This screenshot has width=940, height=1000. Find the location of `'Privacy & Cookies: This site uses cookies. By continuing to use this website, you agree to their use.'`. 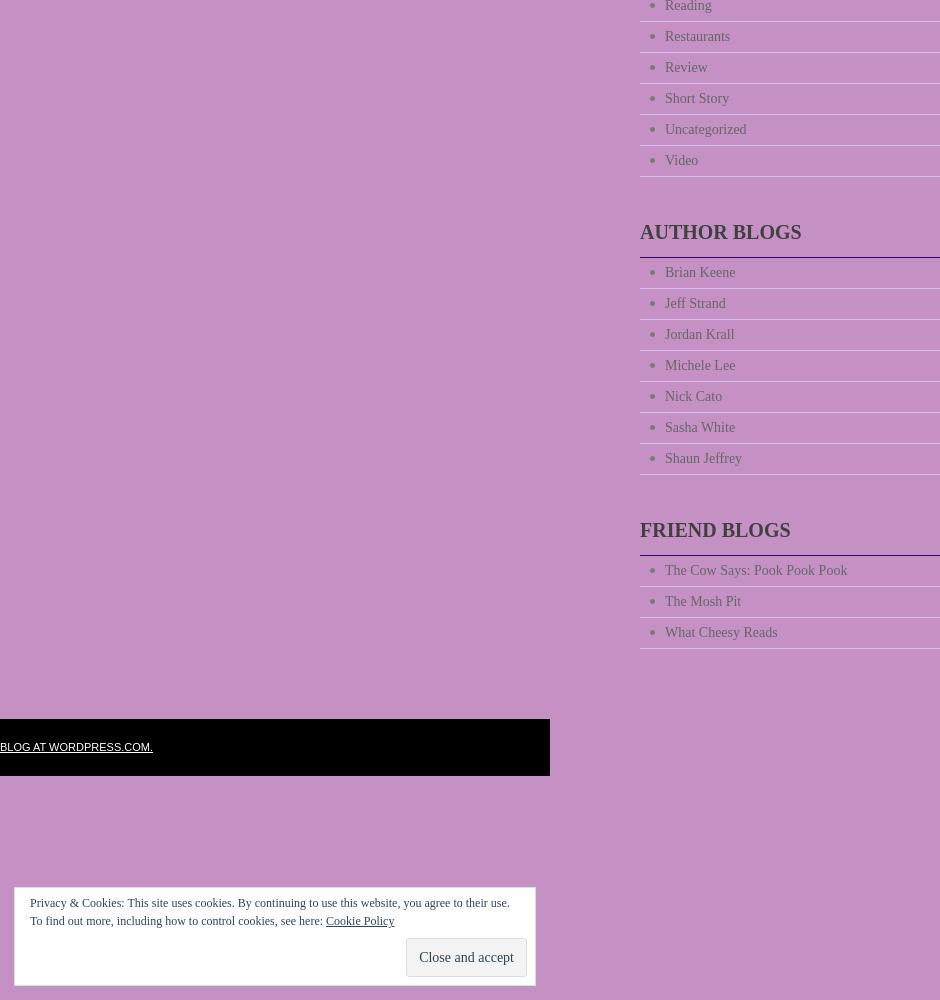

'Privacy & Cookies: This site uses cookies. By continuing to use this website, you agree to their use.' is located at coordinates (269, 903).